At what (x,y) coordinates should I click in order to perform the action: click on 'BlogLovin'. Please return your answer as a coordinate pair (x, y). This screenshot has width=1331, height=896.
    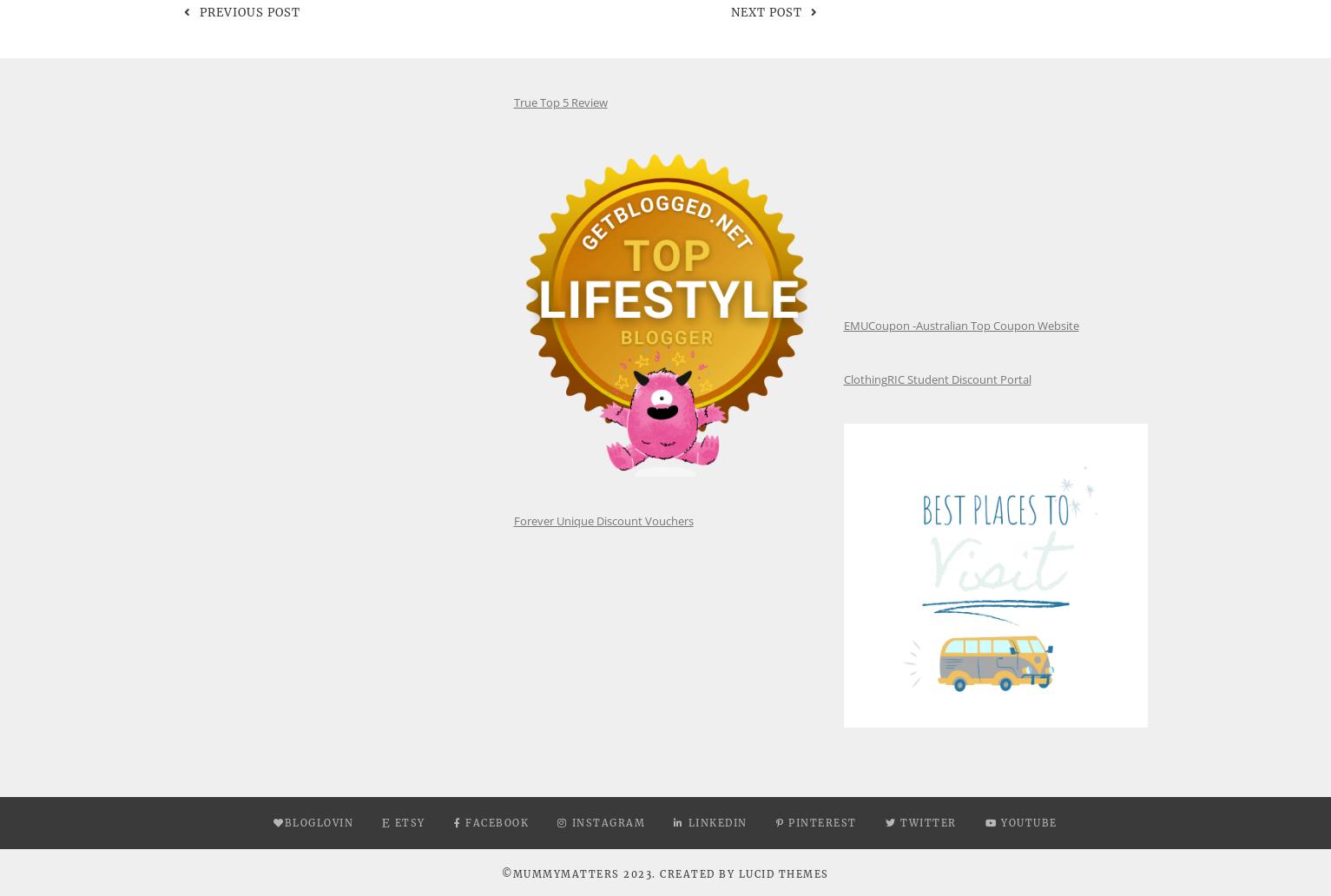
    Looking at the image, I should click on (318, 821).